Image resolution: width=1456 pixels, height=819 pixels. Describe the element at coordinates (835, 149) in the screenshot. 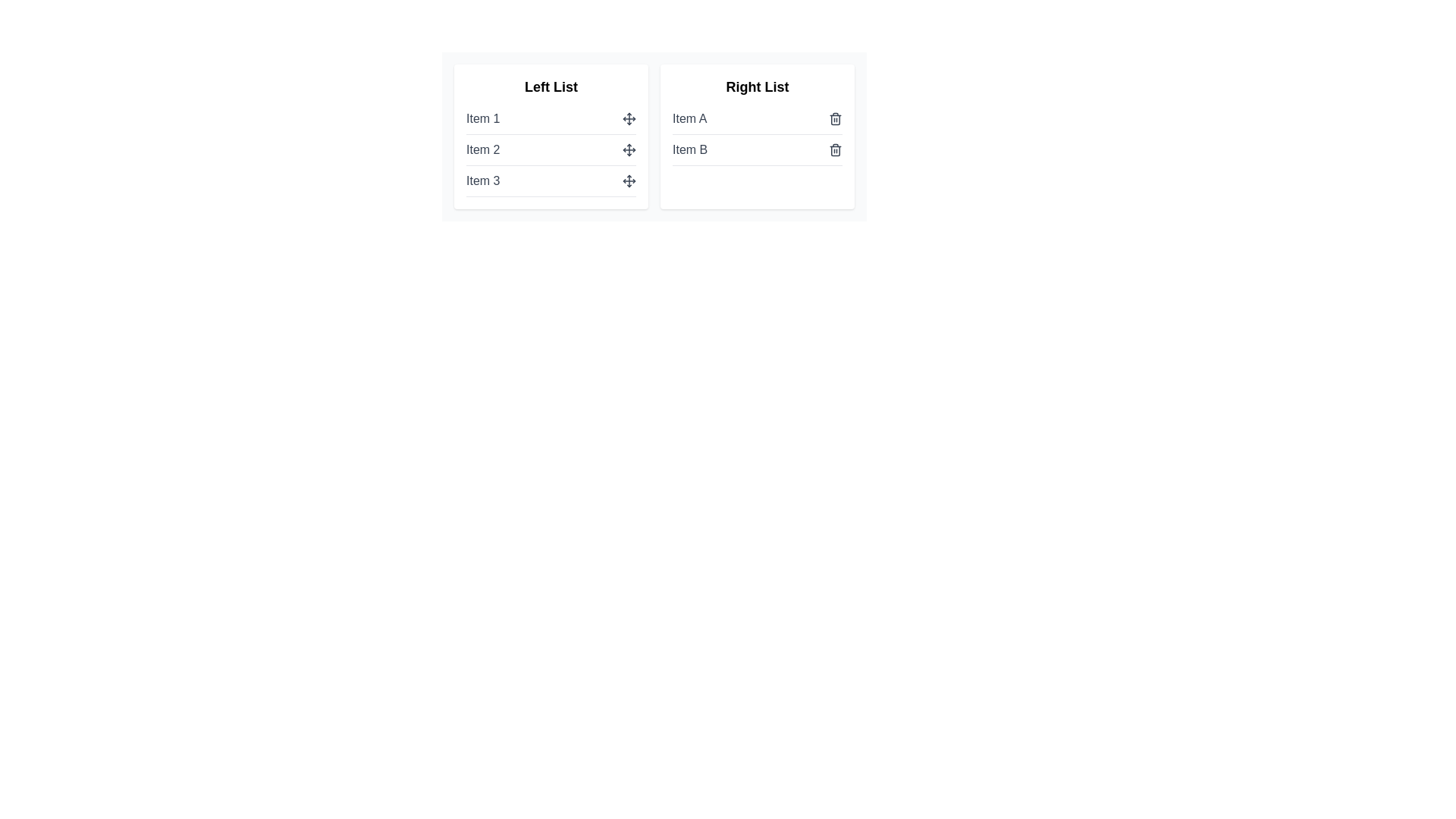

I see `delete icon next to Item B in the Right List` at that location.